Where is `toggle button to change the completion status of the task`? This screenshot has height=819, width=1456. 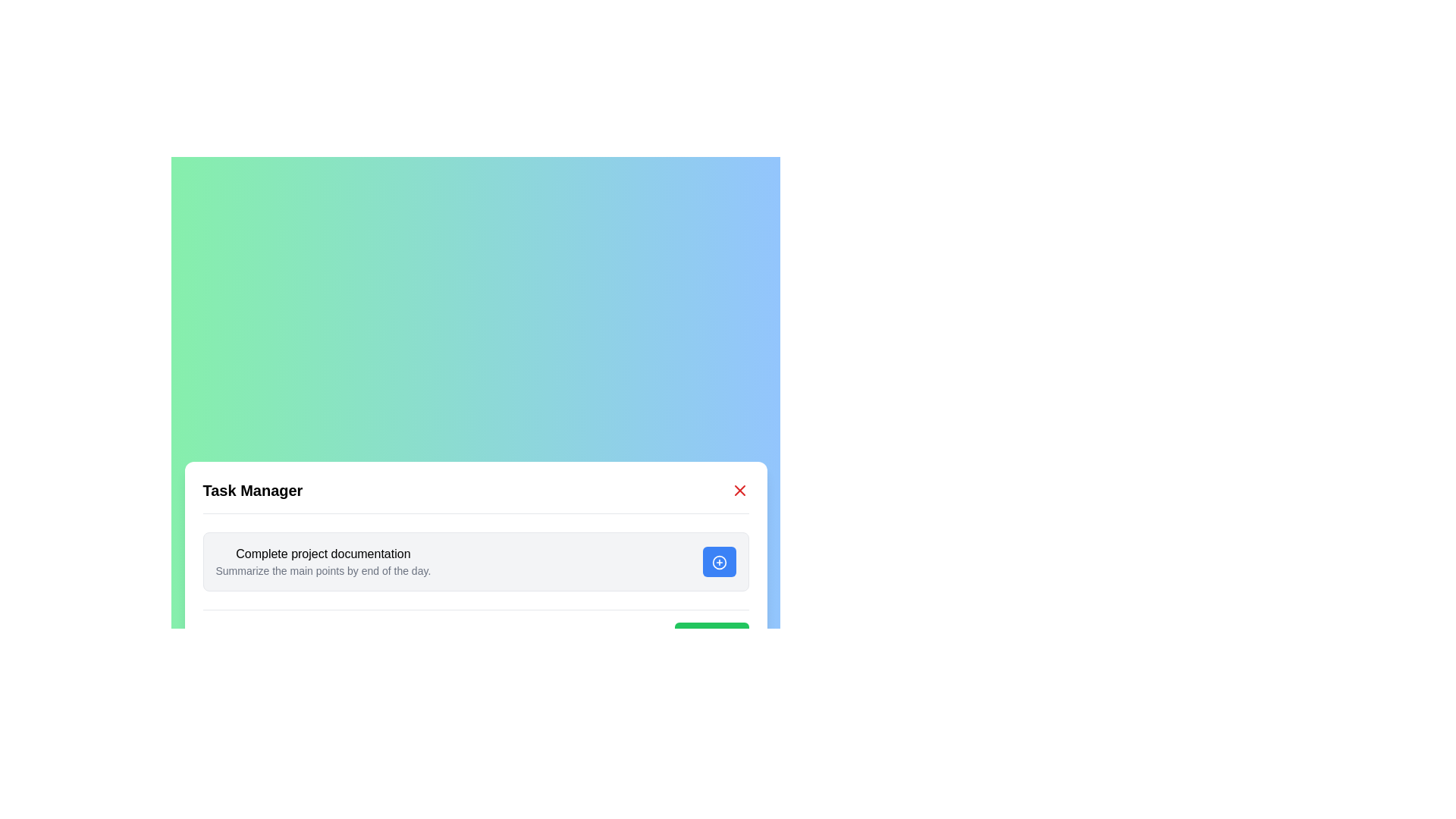 toggle button to change the completion status of the task is located at coordinates (718, 561).